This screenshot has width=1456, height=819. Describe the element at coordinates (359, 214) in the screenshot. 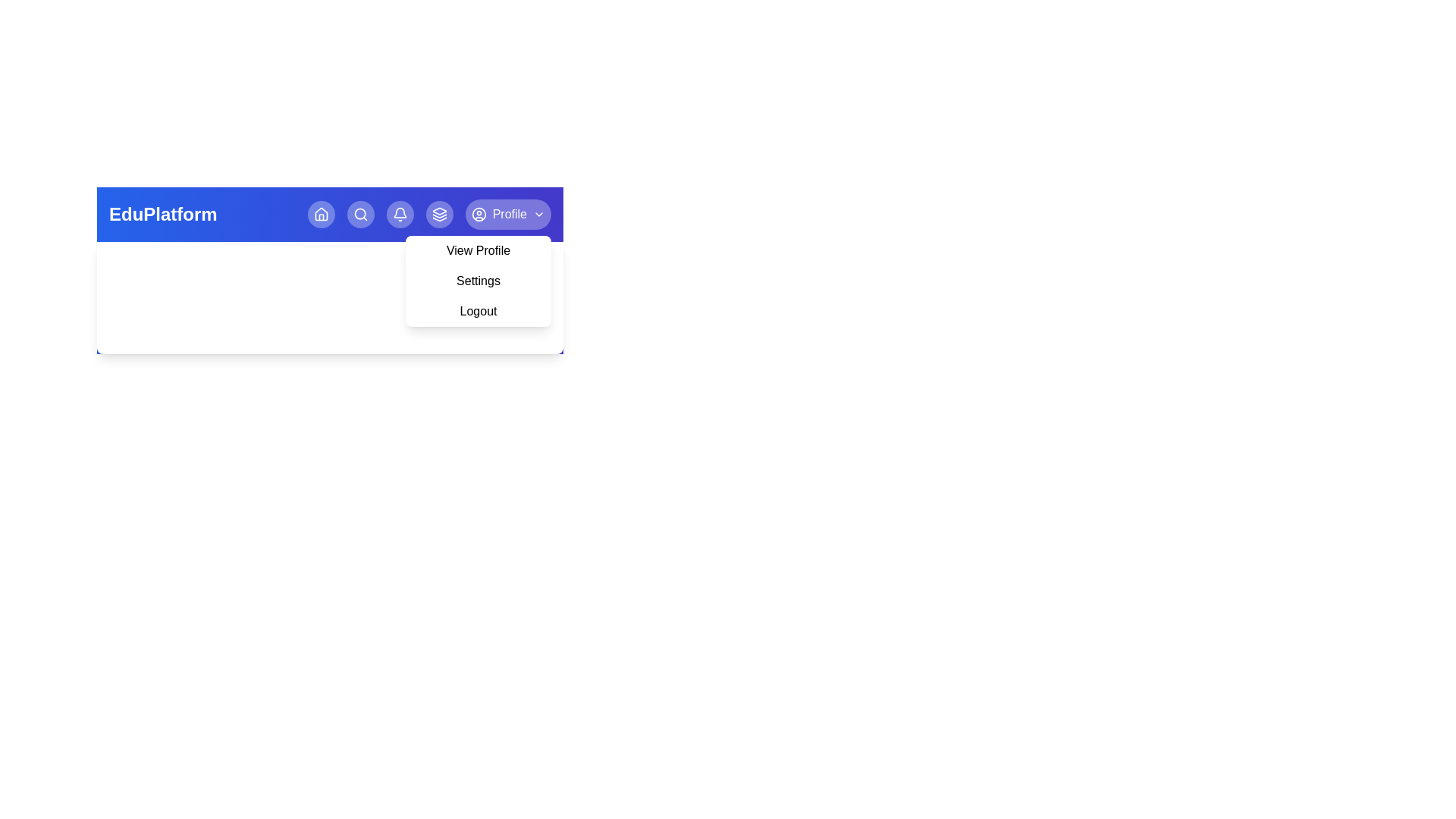

I see `the Search navigation button in the header` at that location.